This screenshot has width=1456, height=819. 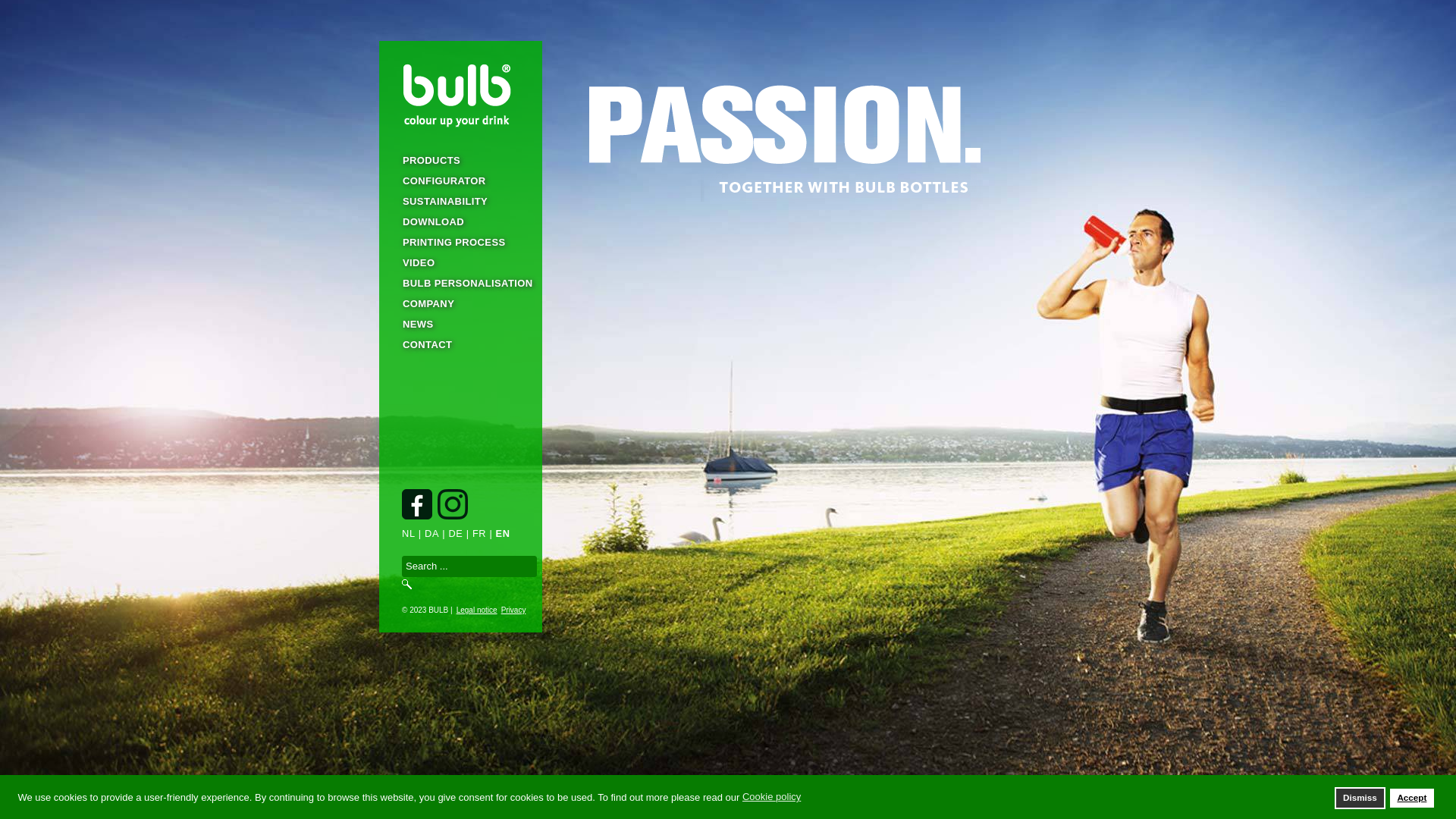 What do you see at coordinates (479, 532) in the screenshot?
I see `'FR'` at bounding box center [479, 532].